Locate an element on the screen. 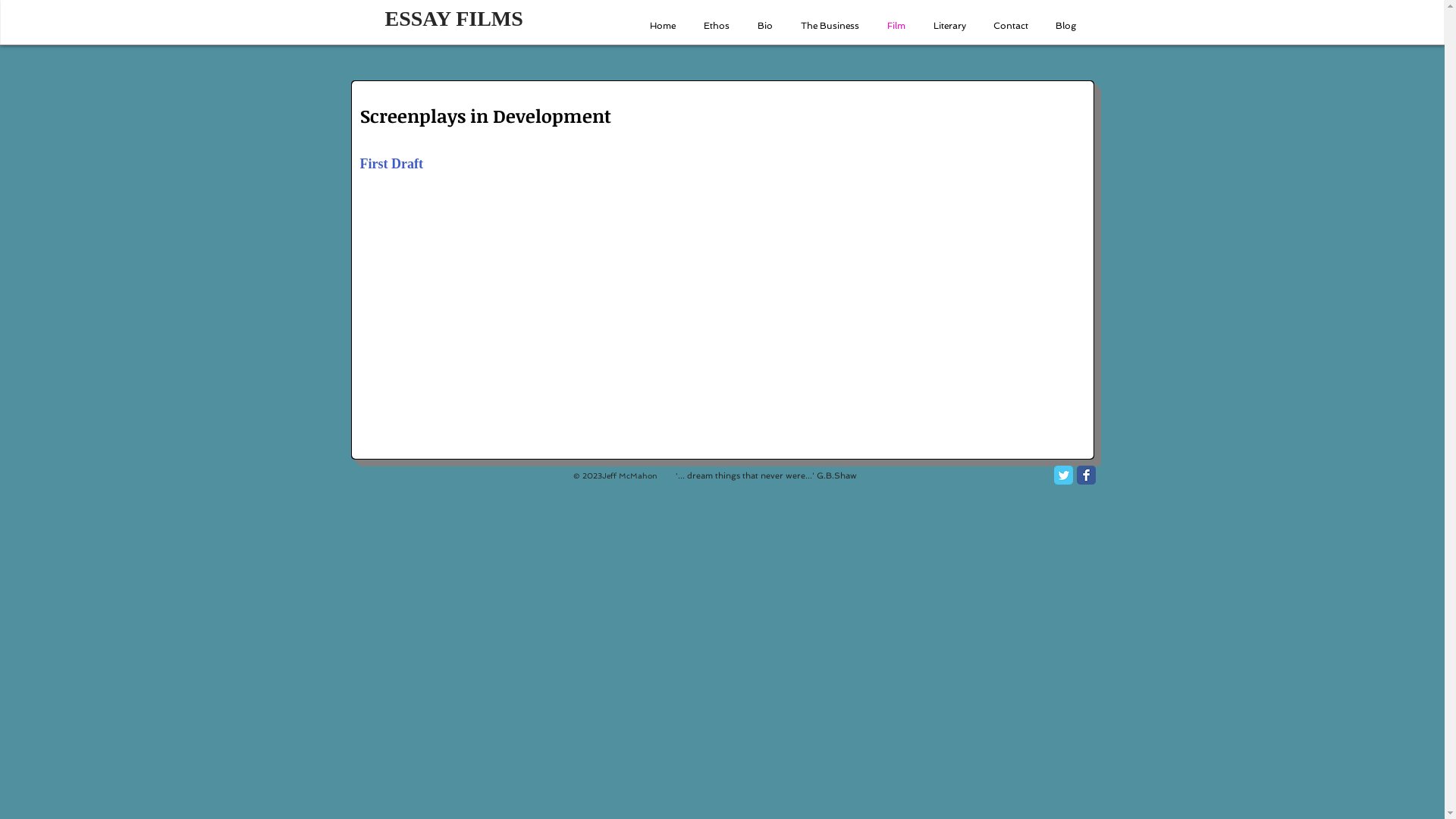  'Ethos' is located at coordinates (714, 26).